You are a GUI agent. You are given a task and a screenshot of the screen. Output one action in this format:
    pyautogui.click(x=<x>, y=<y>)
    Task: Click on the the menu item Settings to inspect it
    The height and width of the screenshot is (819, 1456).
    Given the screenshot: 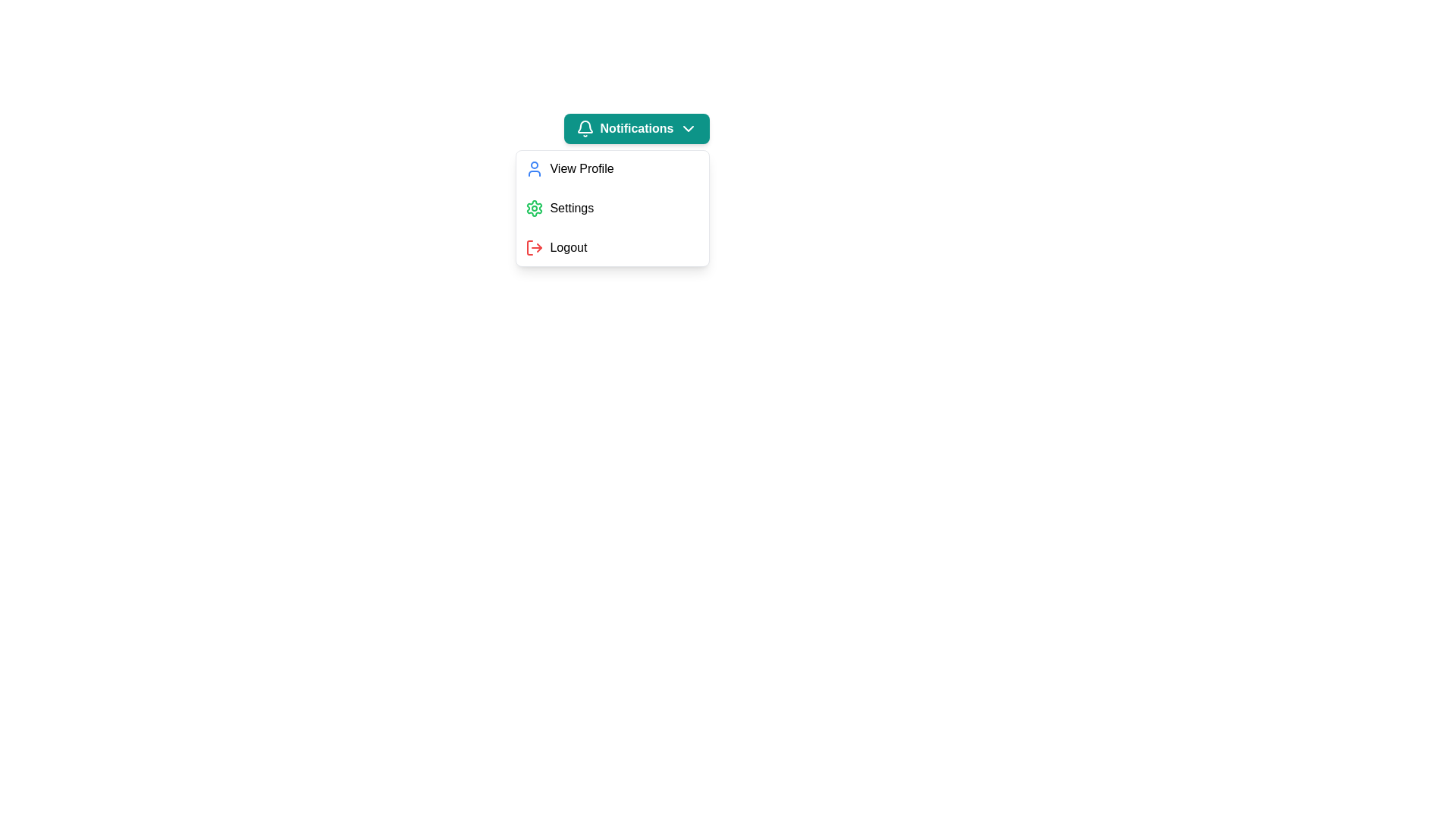 What is the action you would take?
    pyautogui.click(x=612, y=208)
    